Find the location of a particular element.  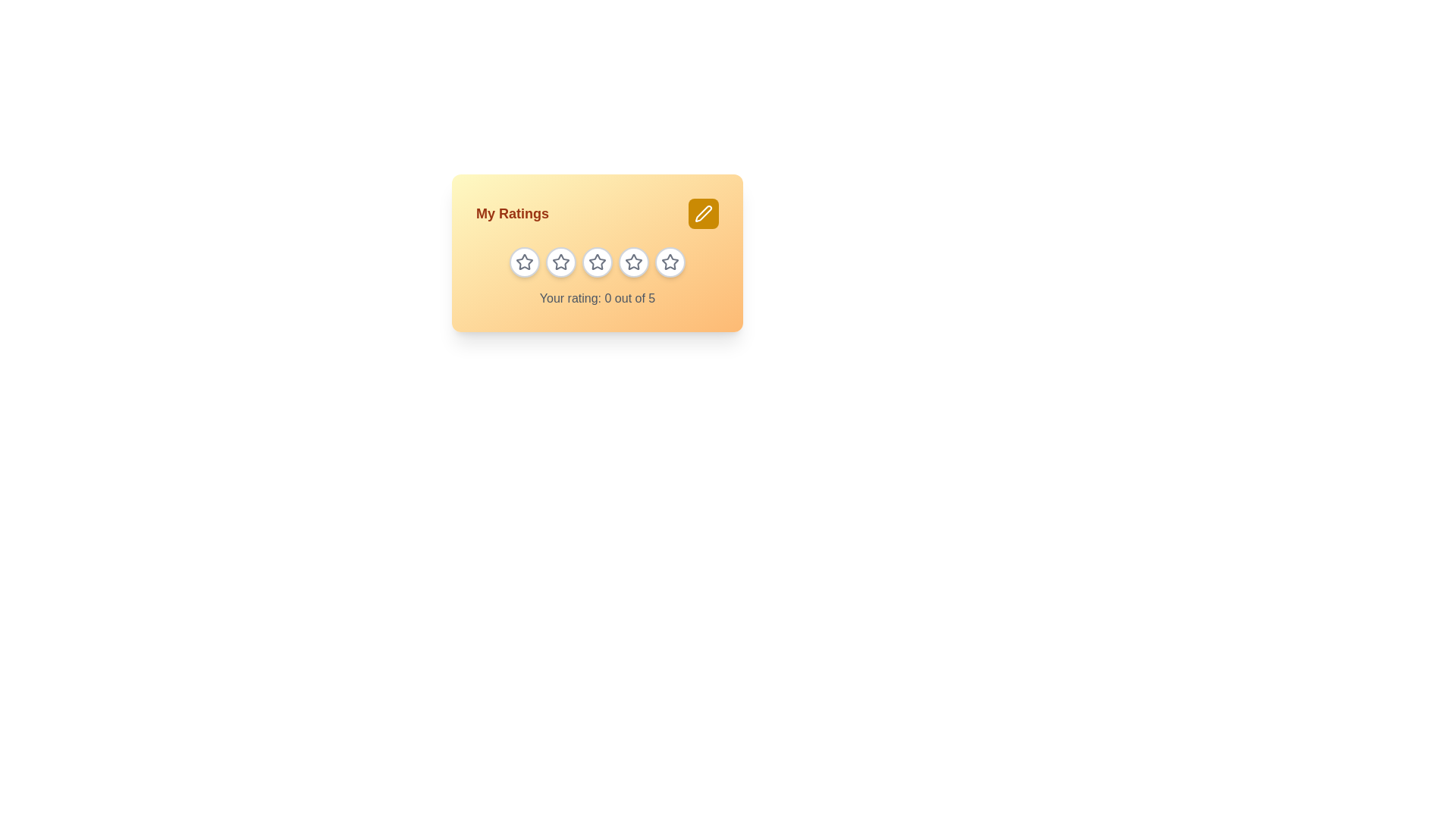

the fourth star icon in the rating component under the 'My Ratings' card is located at coordinates (633, 262).